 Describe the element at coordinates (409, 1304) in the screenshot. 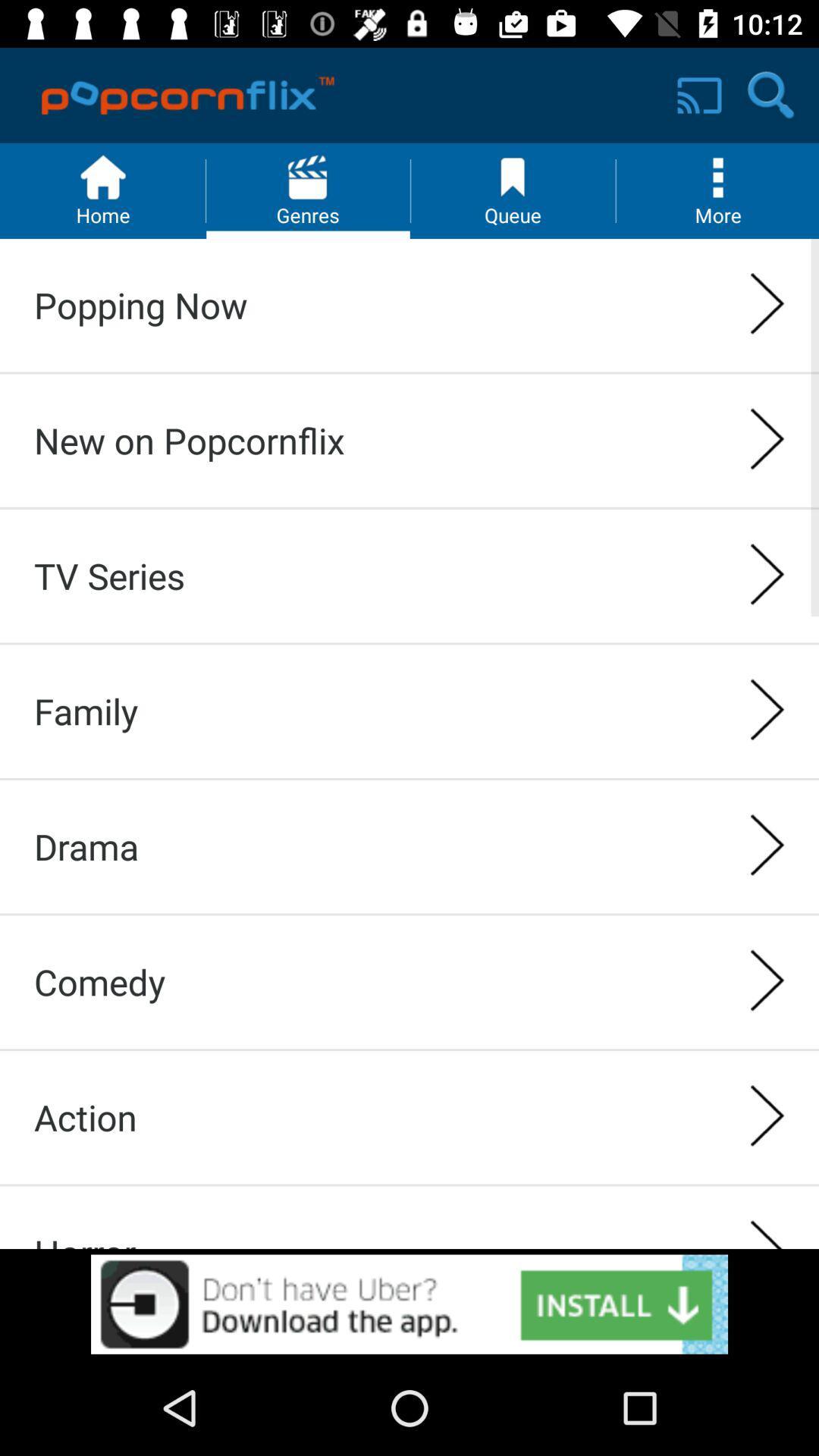

I see `advertisement banner` at that location.